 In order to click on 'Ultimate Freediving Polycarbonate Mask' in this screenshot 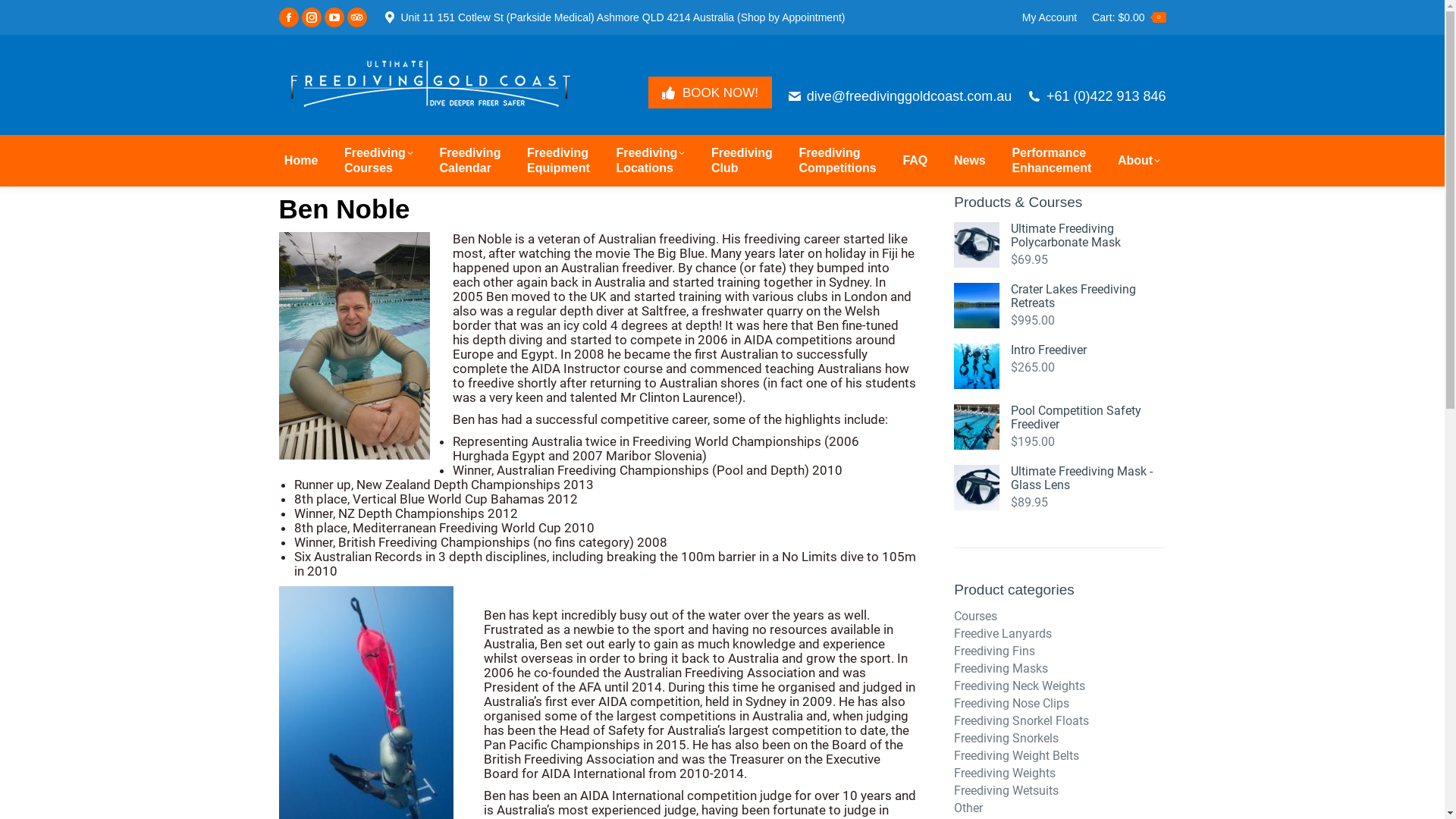, I will do `click(1087, 236)`.